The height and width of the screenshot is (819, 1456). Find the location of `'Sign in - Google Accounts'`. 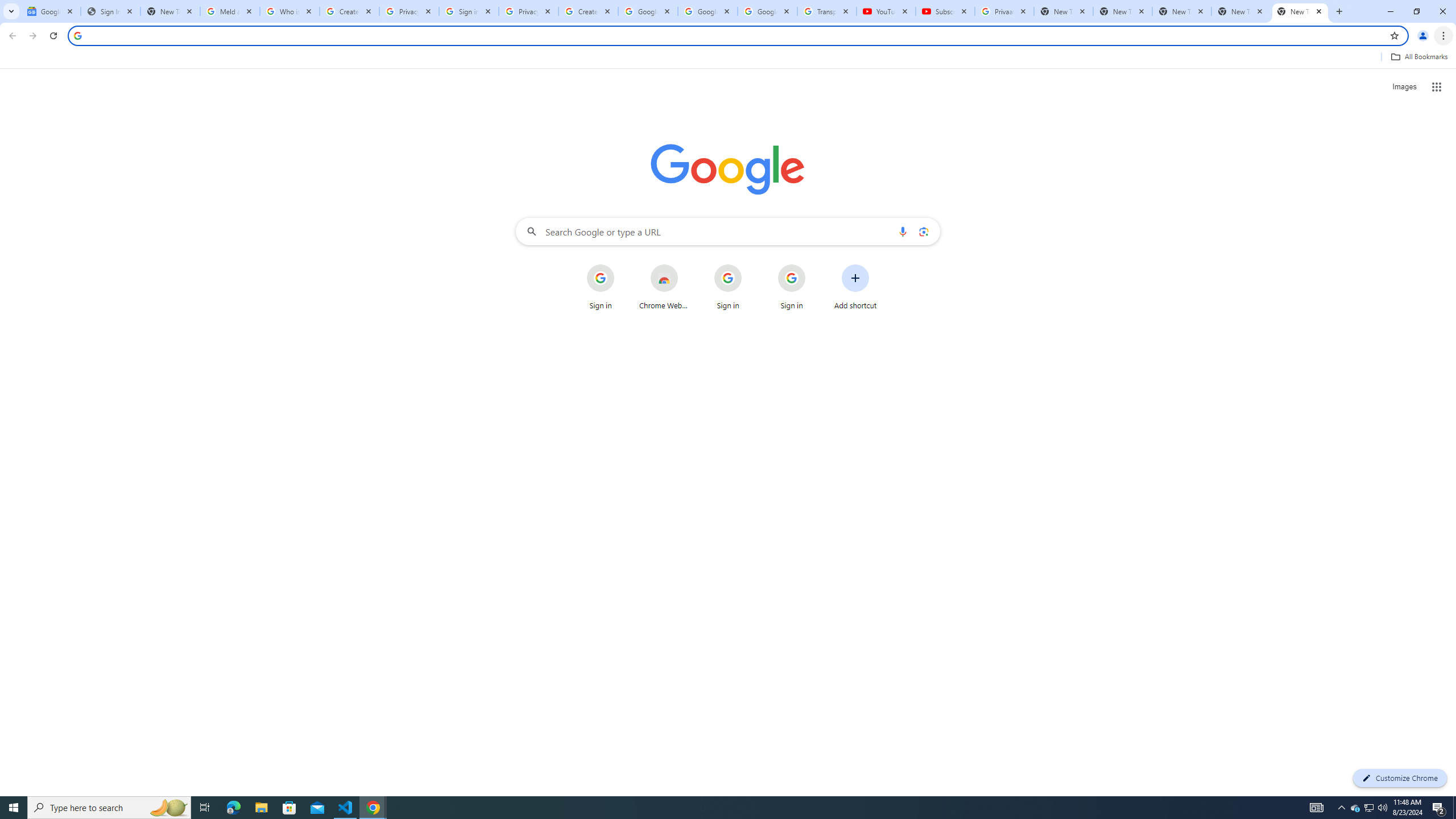

'Sign in - Google Accounts' is located at coordinates (468, 11).